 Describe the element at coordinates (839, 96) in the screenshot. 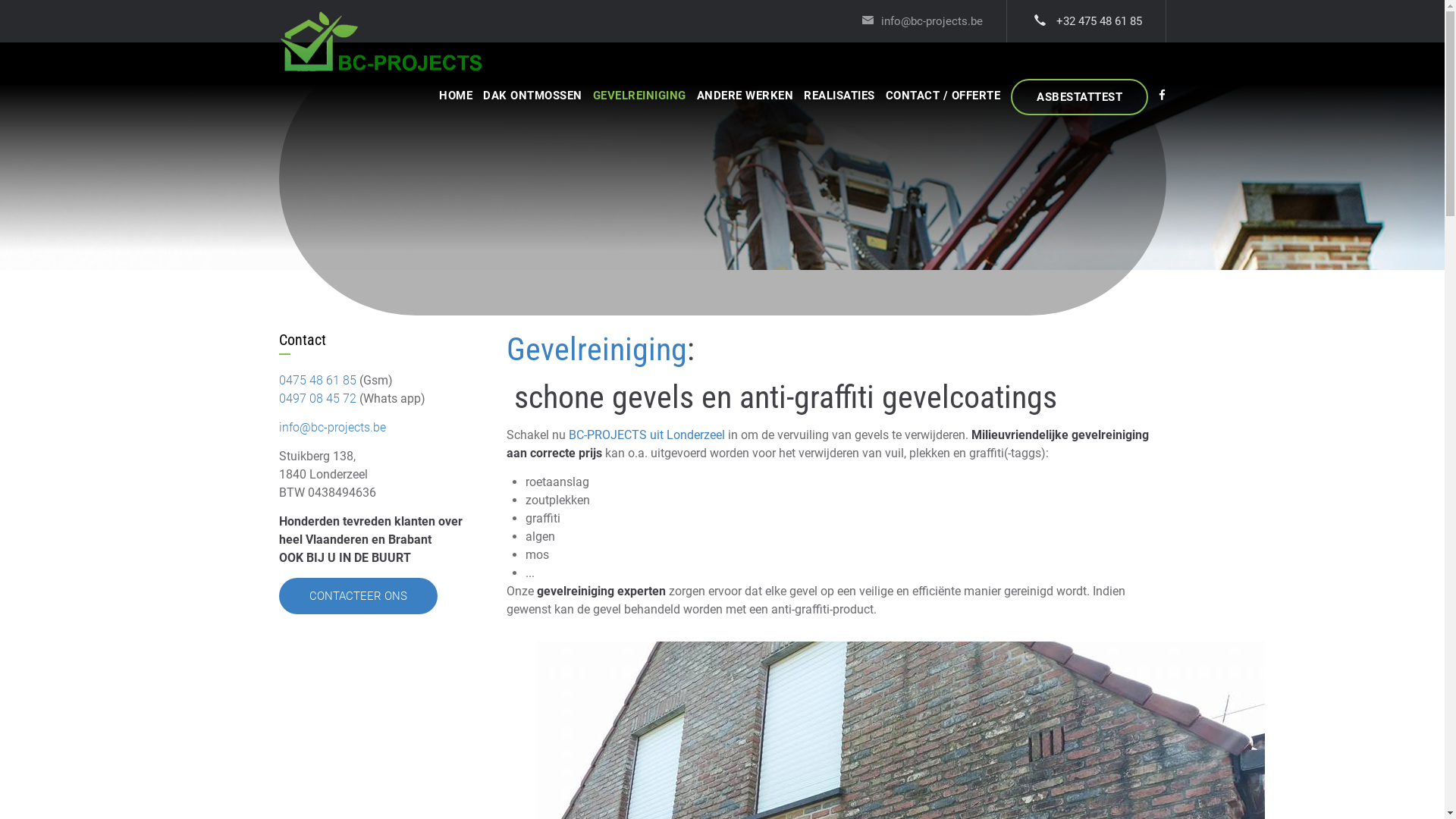

I see `'REALISATIES'` at that location.